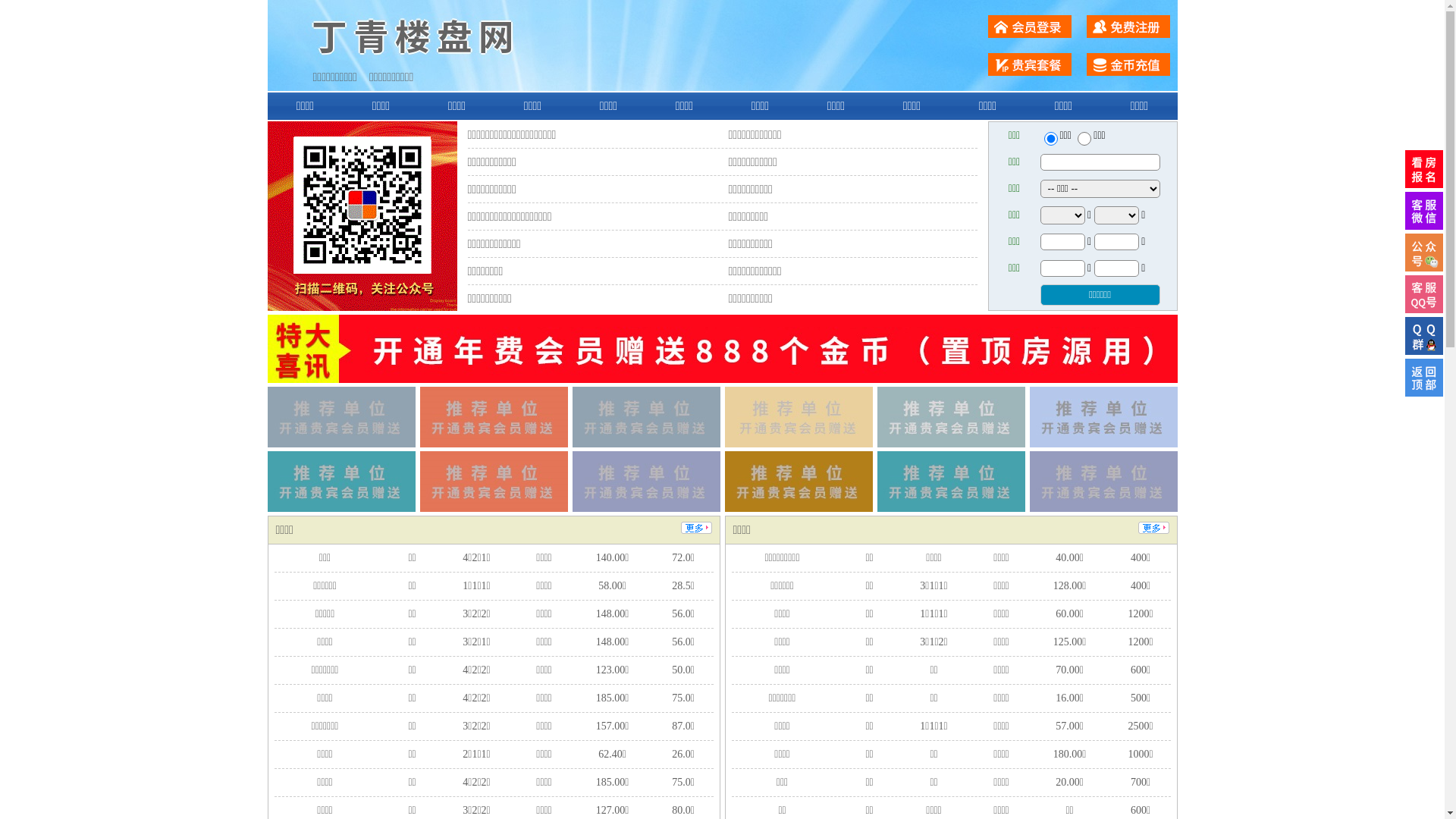 This screenshot has width=1456, height=819. Describe the element at coordinates (1043, 138) in the screenshot. I see `'ershou'` at that location.